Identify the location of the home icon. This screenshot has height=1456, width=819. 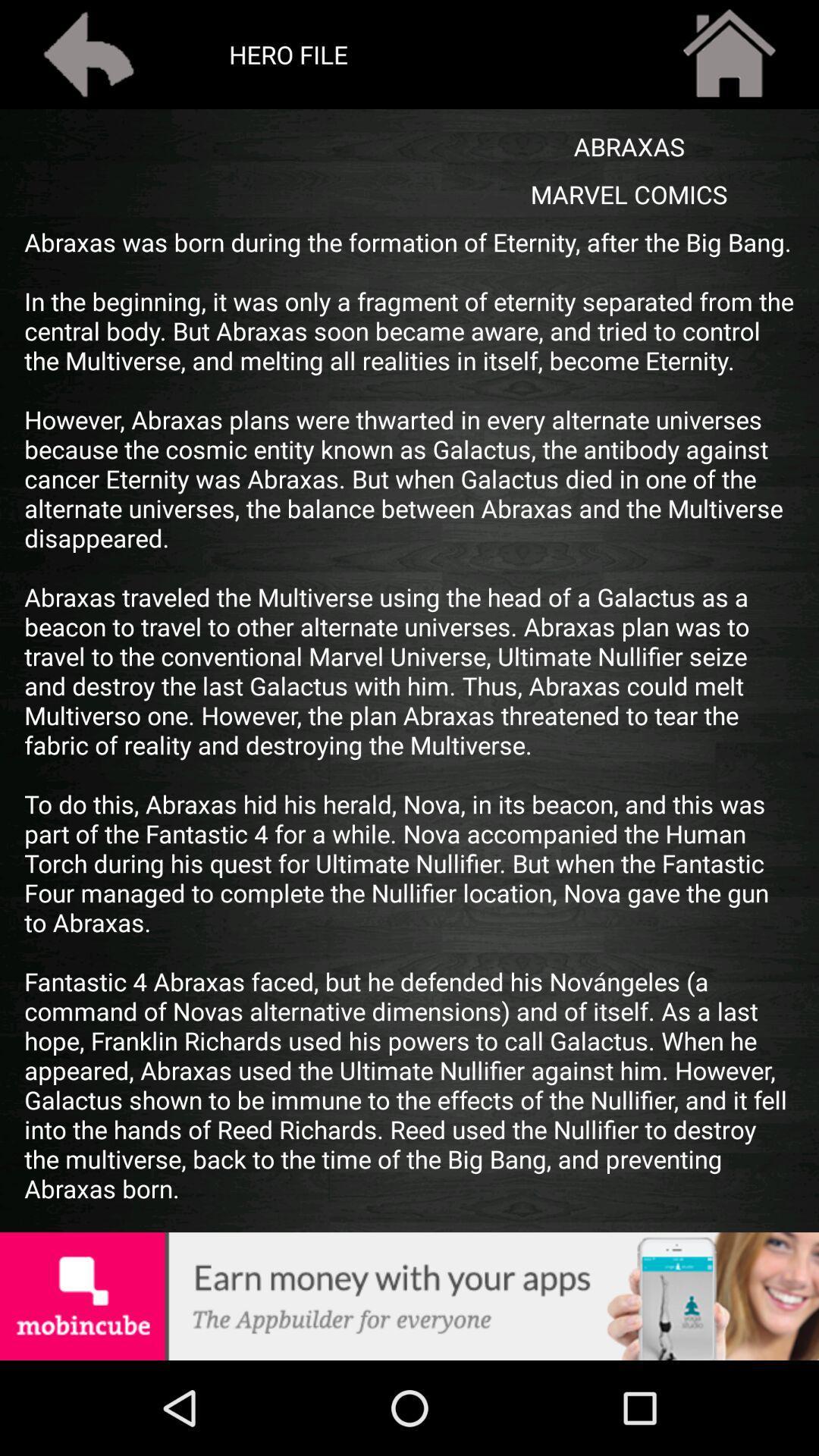
(729, 58).